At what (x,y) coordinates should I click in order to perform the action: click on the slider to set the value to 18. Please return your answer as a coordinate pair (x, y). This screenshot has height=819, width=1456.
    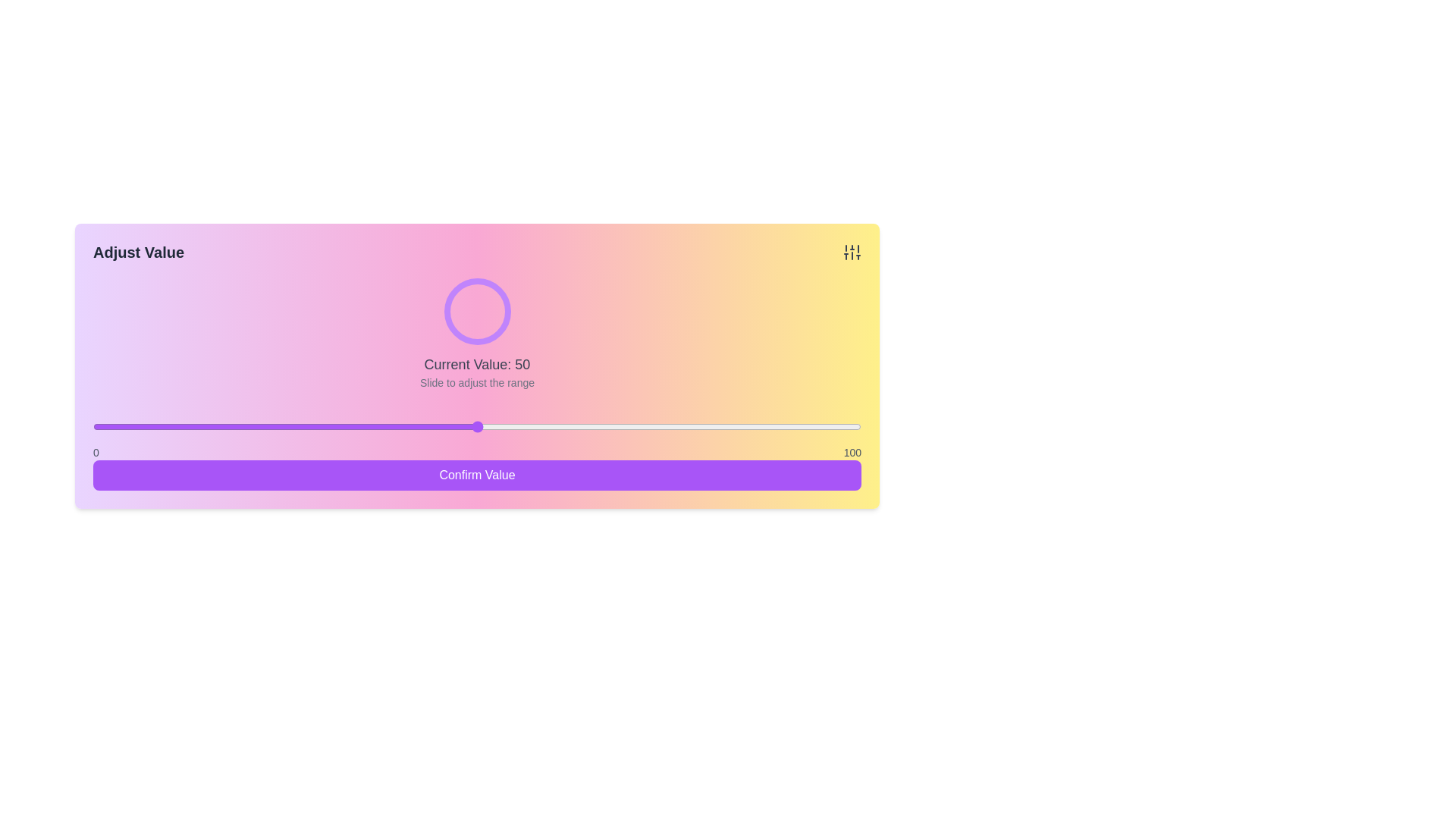
    Looking at the image, I should click on (231, 427).